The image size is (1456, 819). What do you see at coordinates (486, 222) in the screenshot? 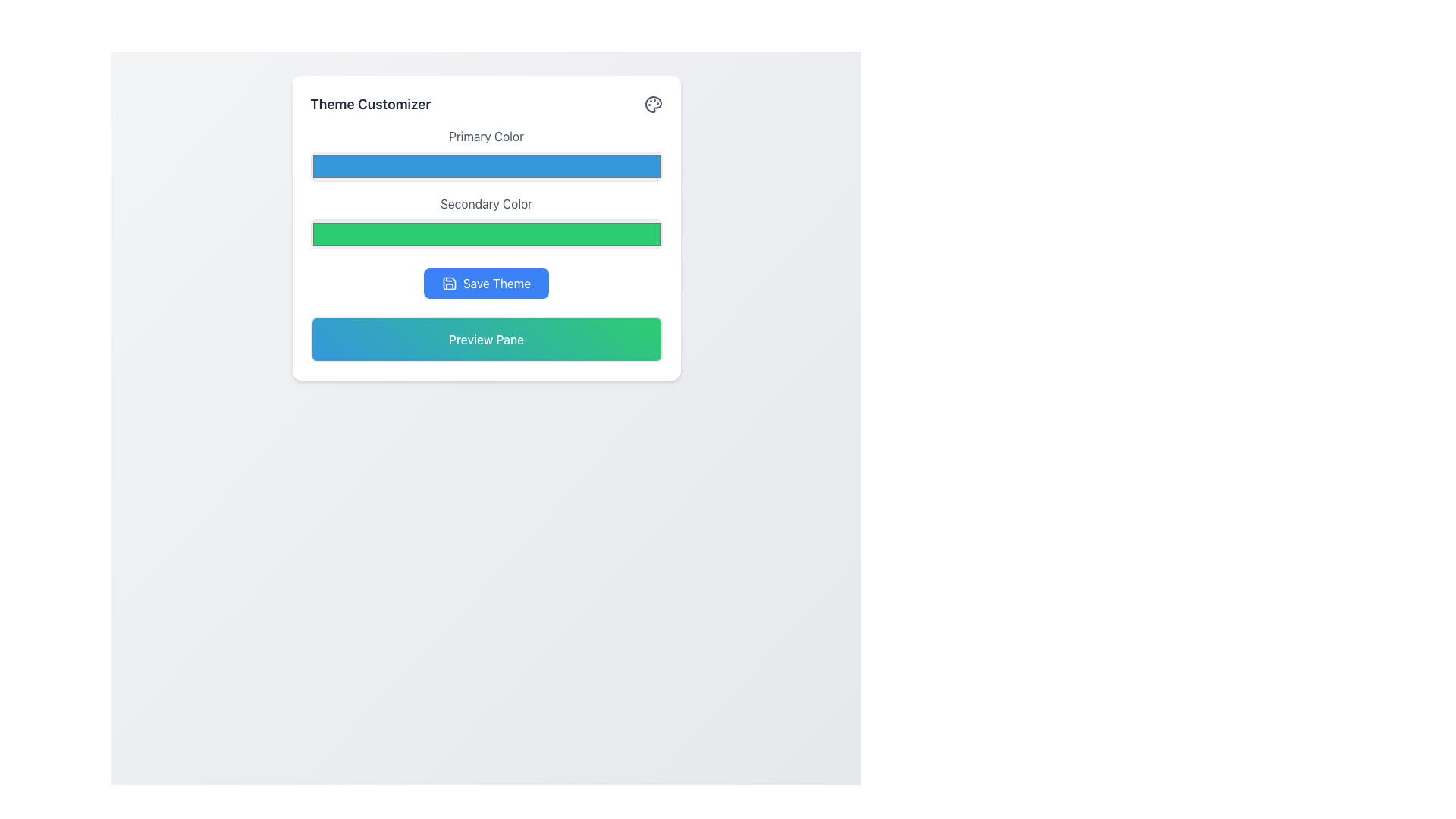
I see `the second color picker in the 'Theme Customizer' section` at bounding box center [486, 222].